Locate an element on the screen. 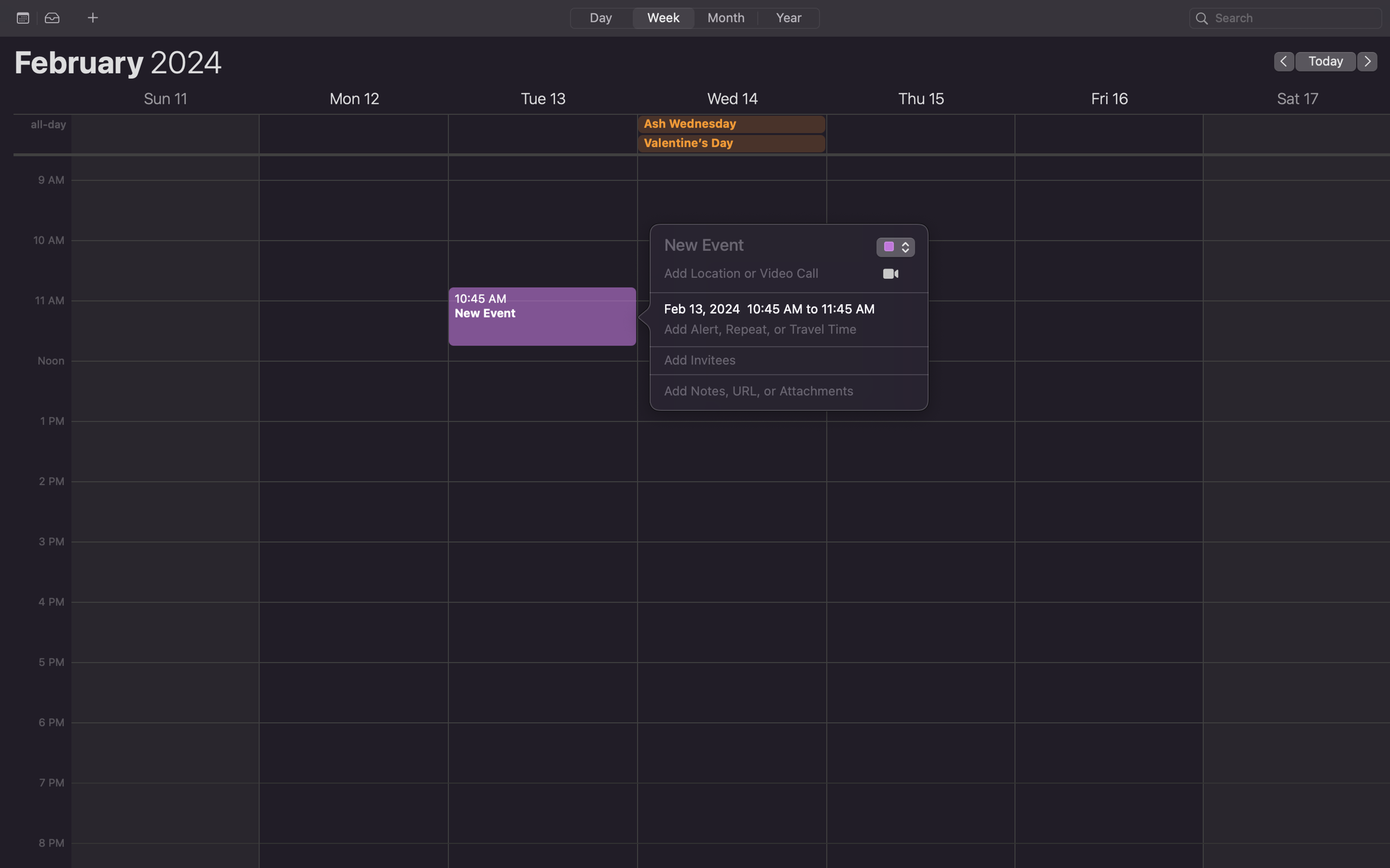  Add the invitee with email "bob@gmail.com" is located at coordinates (776, 361).